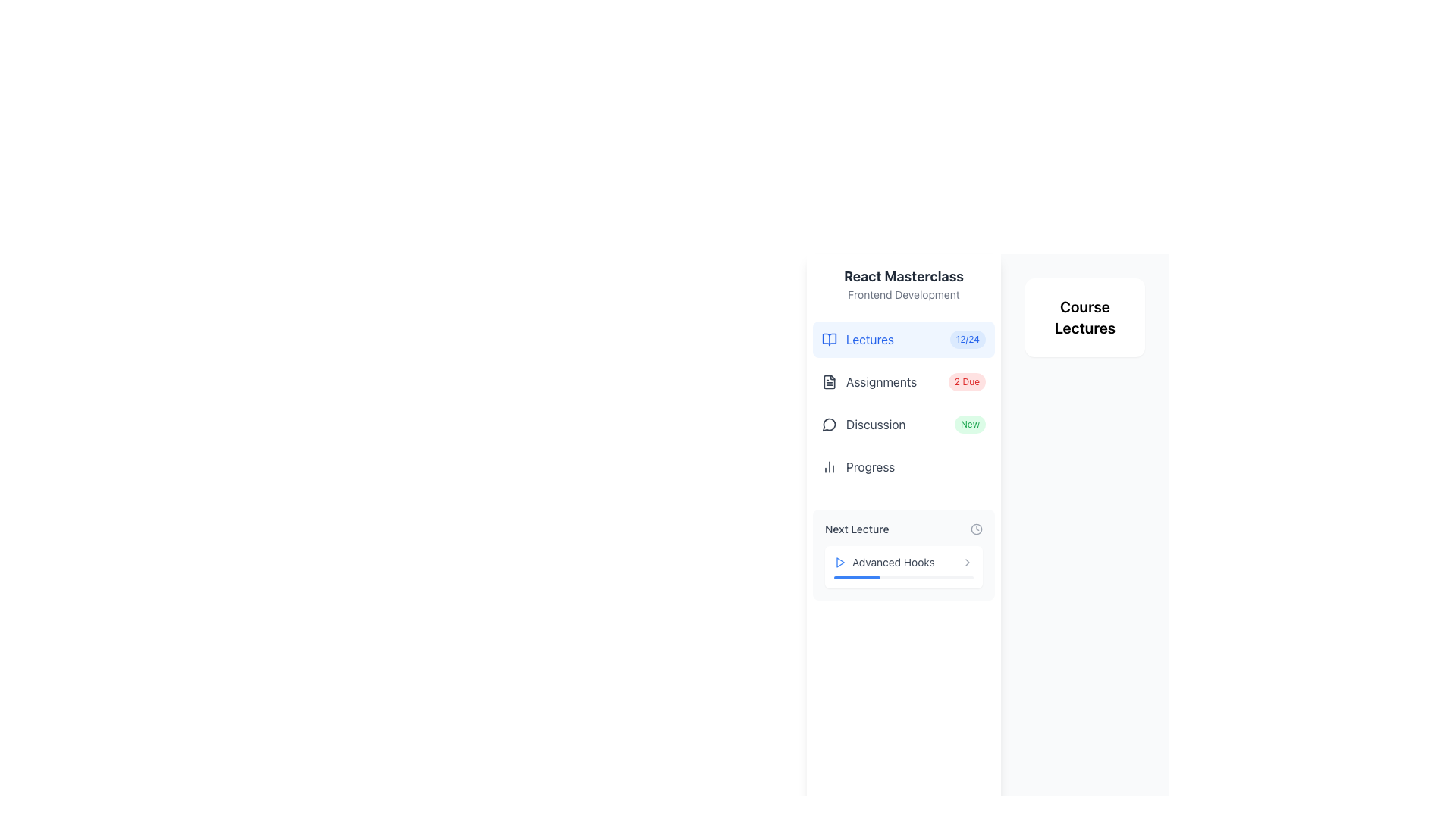 This screenshot has height=819, width=1456. I want to click on the green badge on the 'Discussion' button to interact with the 'New' marker, which is the third item in the vertical sidebar list, so click(903, 424).